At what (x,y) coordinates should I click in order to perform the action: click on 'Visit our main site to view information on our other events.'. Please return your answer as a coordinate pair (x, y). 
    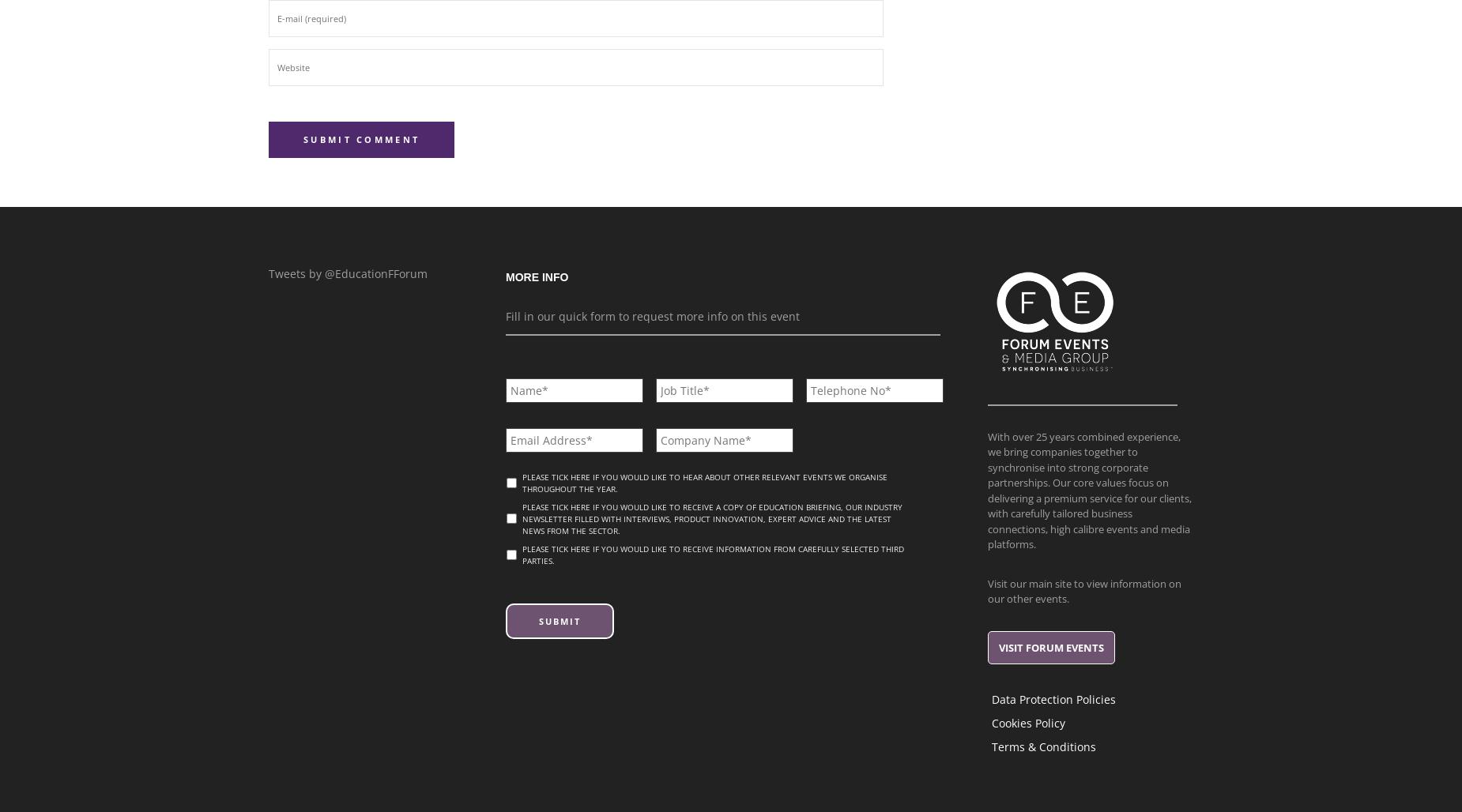
    Looking at the image, I should click on (987, 589).